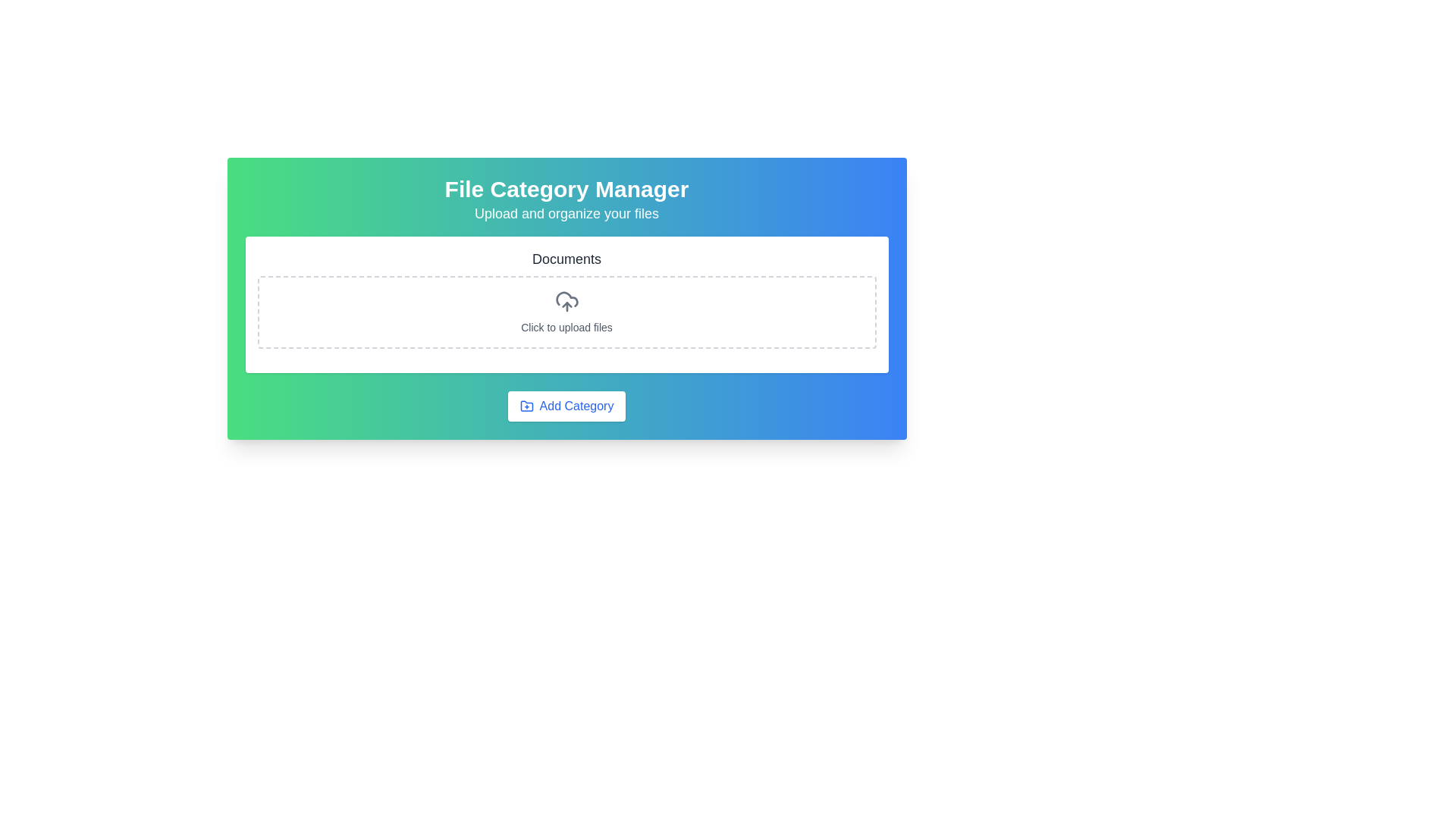  What do you see at coordinates (526, 406) in the screenshot?
I see `the 'Add Category' button that contains a small folder icon with a plus sign, which has a blue outline and a transparent background` at bounding box center [526, 406].